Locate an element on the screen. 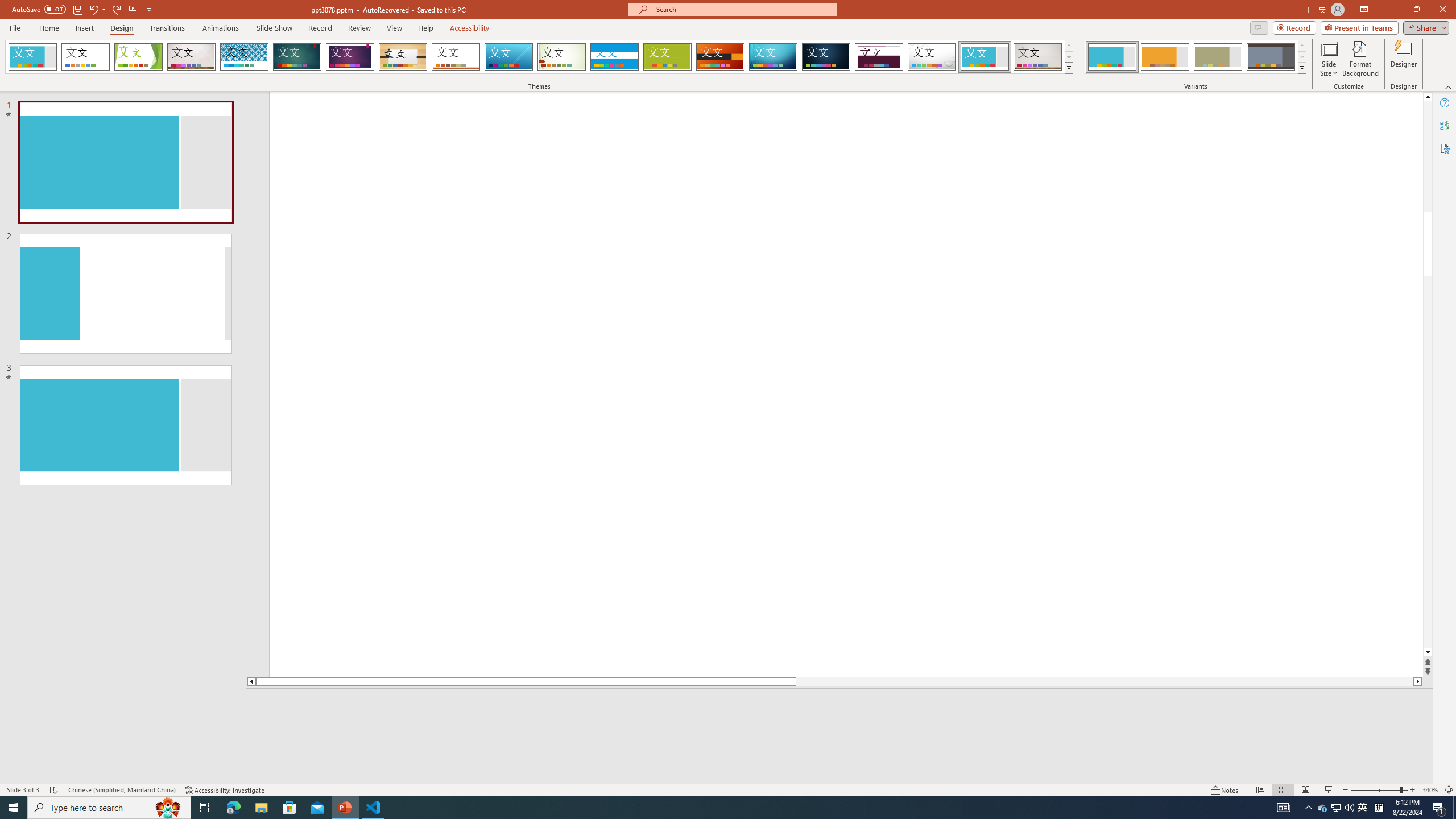 This screenshot has height=819, width=1456. 'AutomationID: ThemeVariantsGallery' is located at coordinates (1196, 56).